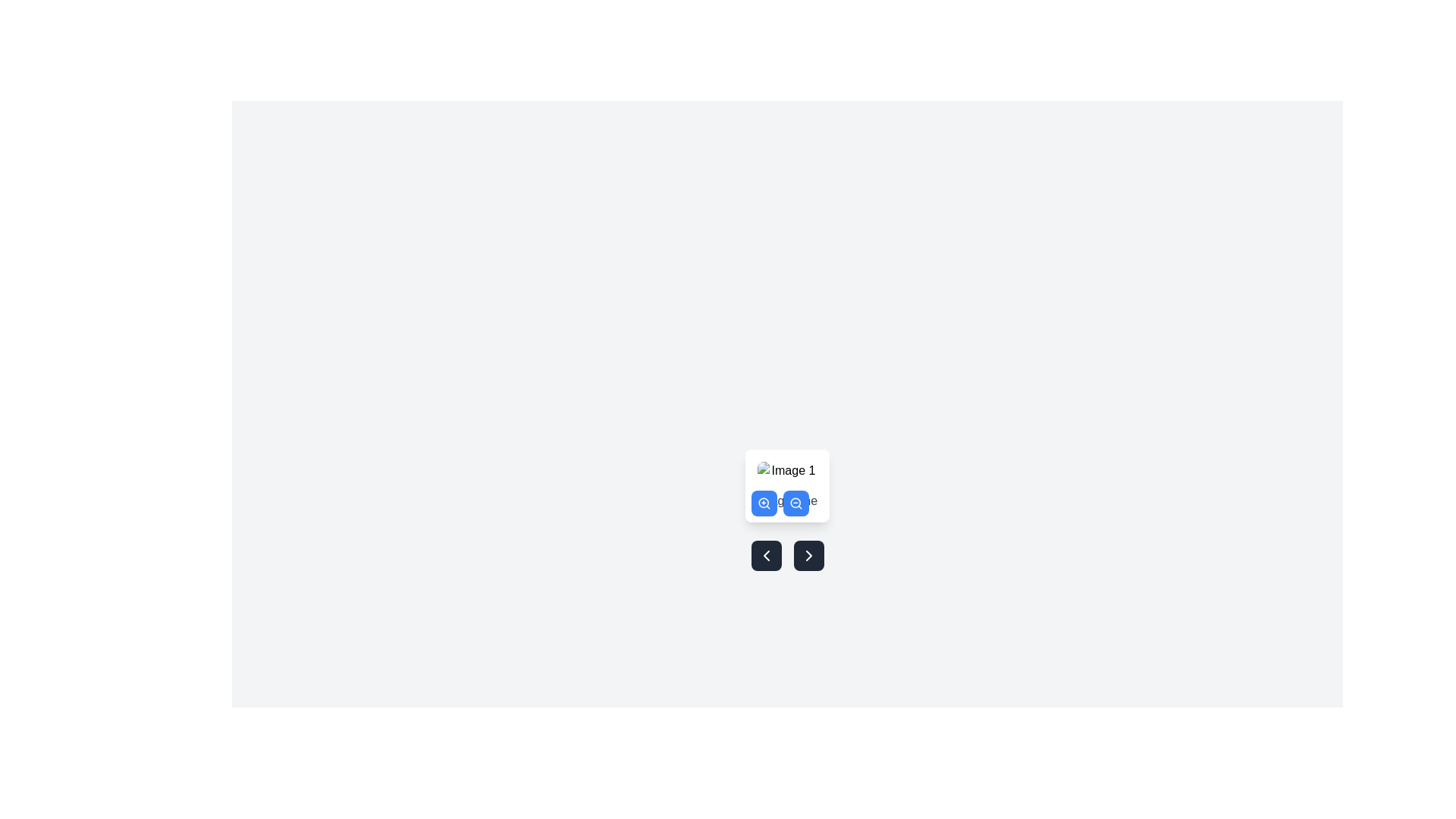 This screenshot has height=819, width=1456. I want to click on the circular outline of the magnifying glass icon, which has a diameter of approximately 16 units and is positioned as the primary shape within the SVG icon, so click(764, 503).